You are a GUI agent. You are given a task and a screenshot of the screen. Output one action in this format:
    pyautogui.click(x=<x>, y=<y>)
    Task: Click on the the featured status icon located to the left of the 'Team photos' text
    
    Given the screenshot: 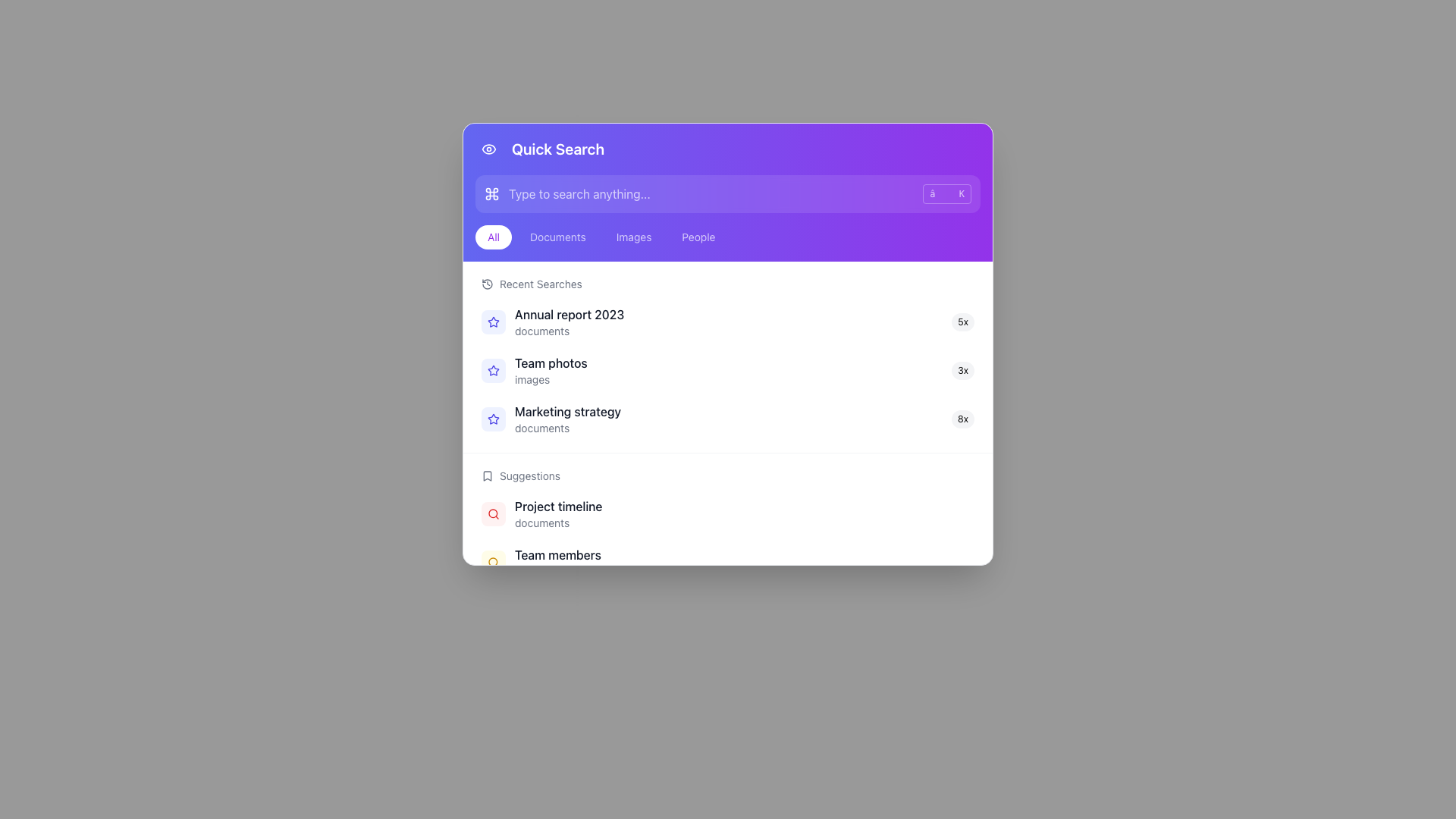 What is the action you would take?
    pyautogui.click(x=494, y=371)
    